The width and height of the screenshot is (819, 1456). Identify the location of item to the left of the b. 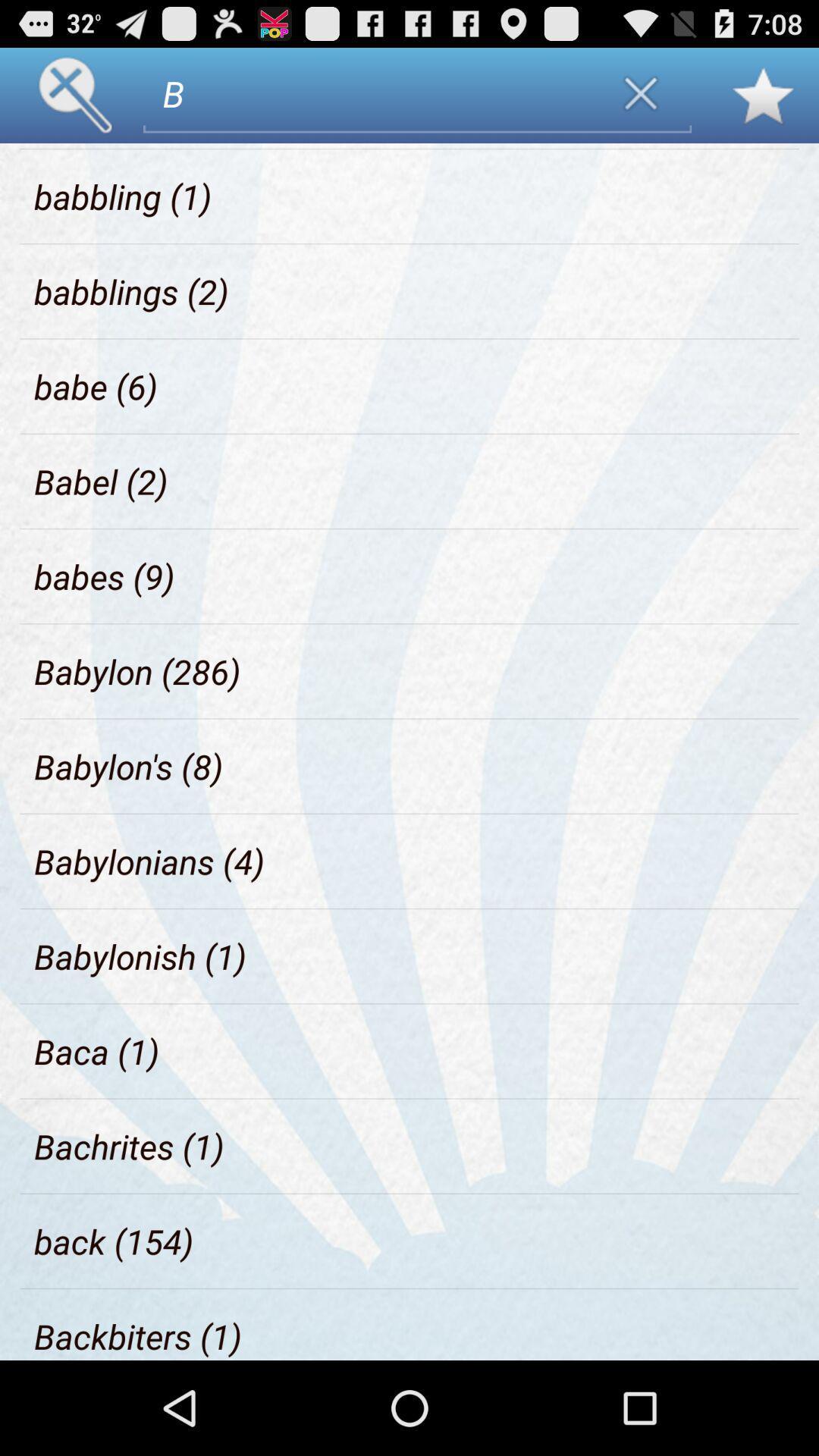
(108, 146).